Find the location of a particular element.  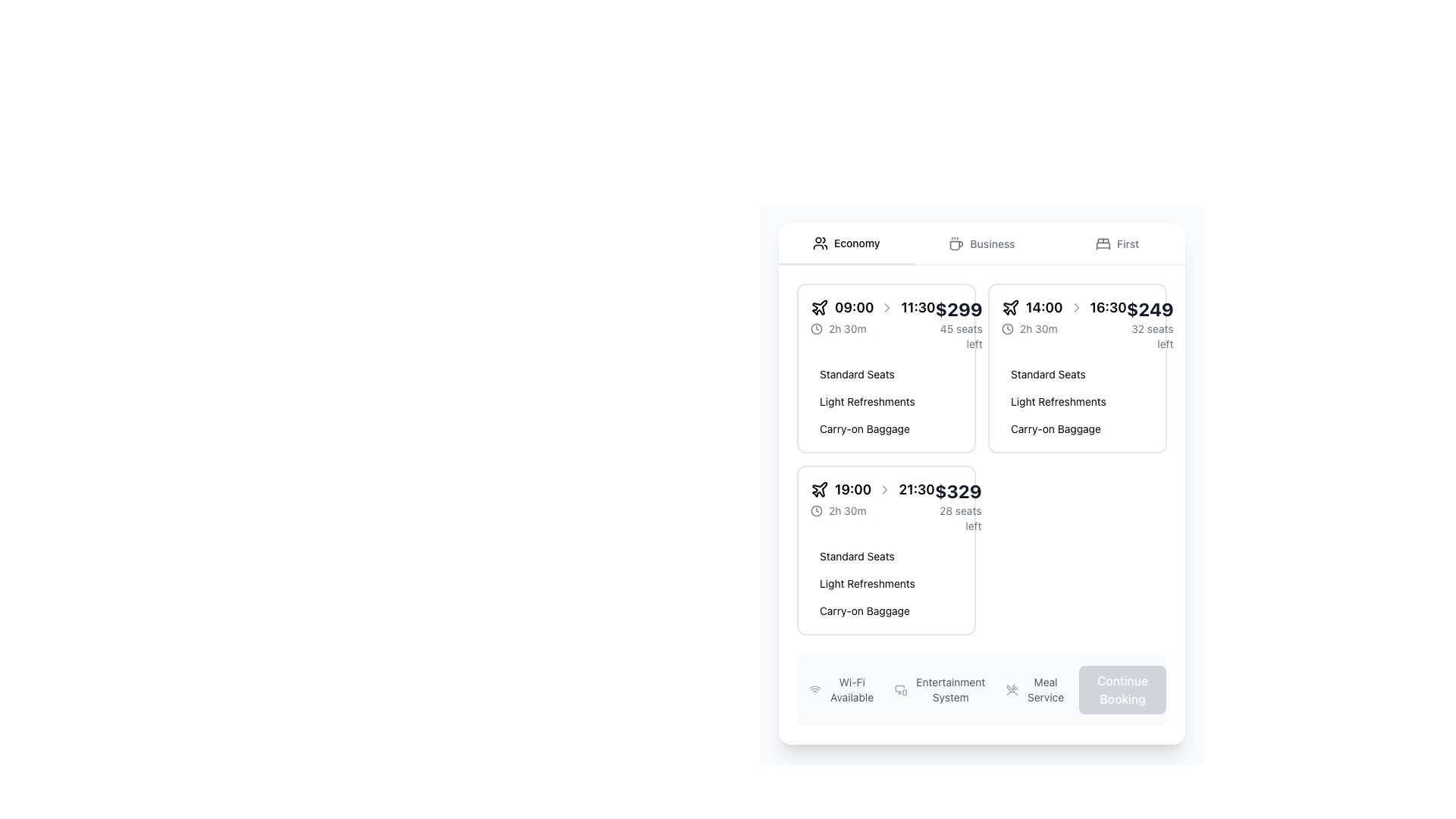

the Wi-Fi Available label with icon, which is the first option in a horizontal group at the bottom of the interface is located at coordinates (842, 690).